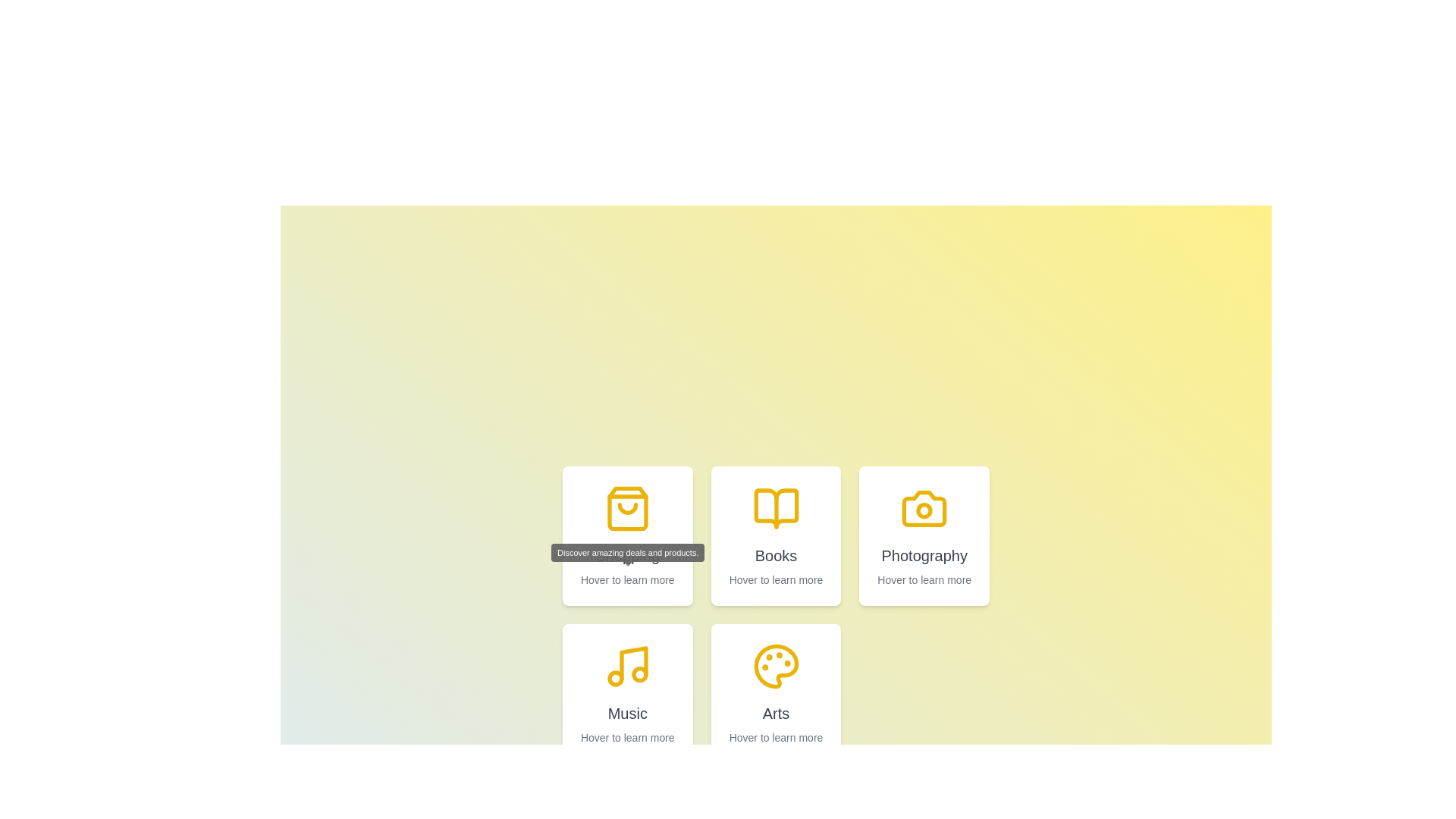 The width and height of the screenshot is (1456, 819). What do you see at coordinates (775, 666) in the screenshot?
I see `the 'Arts' icon located in the lower right corner of the grid layout` at bounding box center [775, 666].